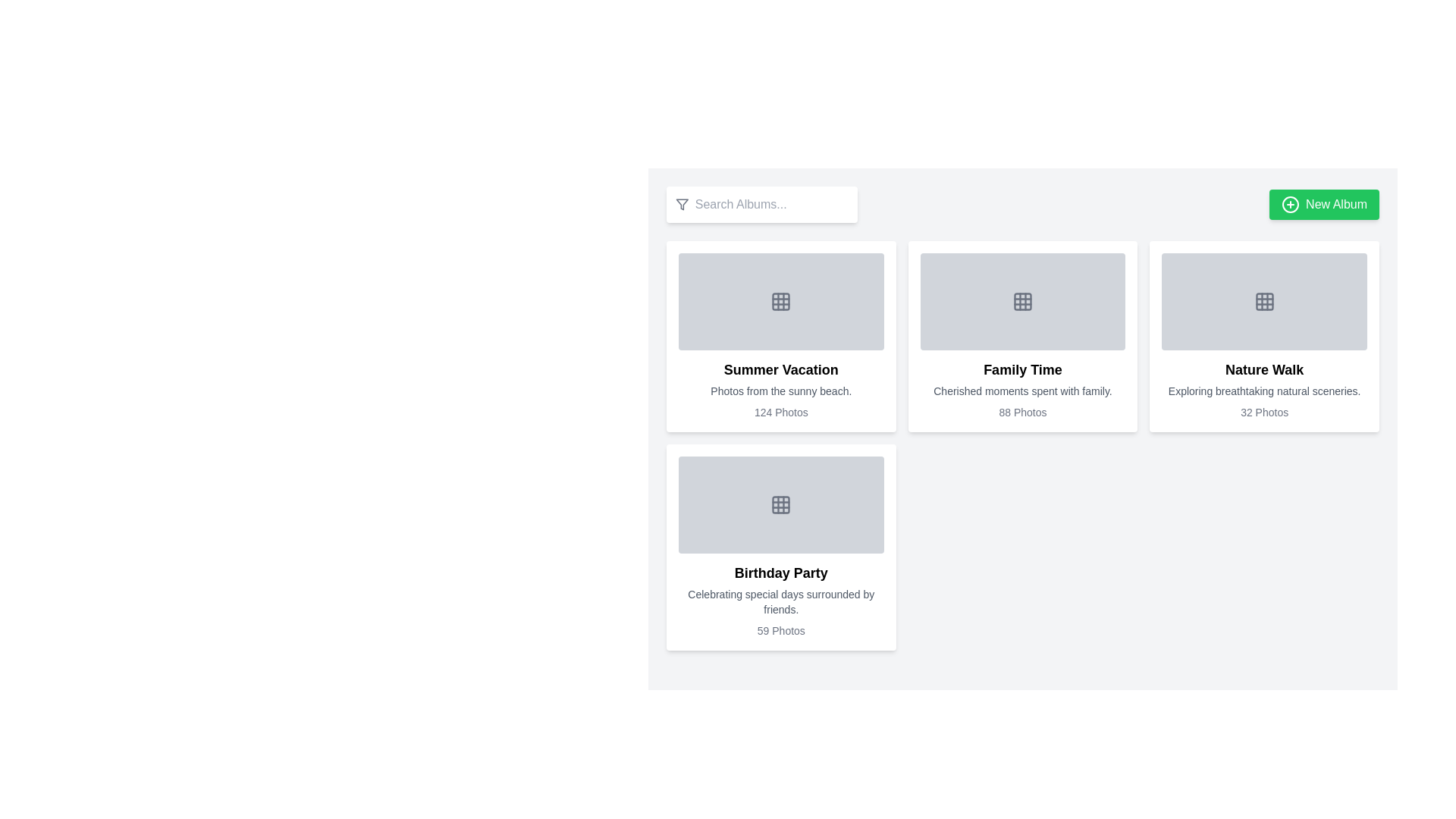  What do you see at coordinates (781, 412) in the screenshot?
I see `the static text label that displays the total number of photos available in the 'Summer Vacation' album, located at the bottom of the album card following the text 'Photos from the sunny beach.'` at bounding box center [781, 412].